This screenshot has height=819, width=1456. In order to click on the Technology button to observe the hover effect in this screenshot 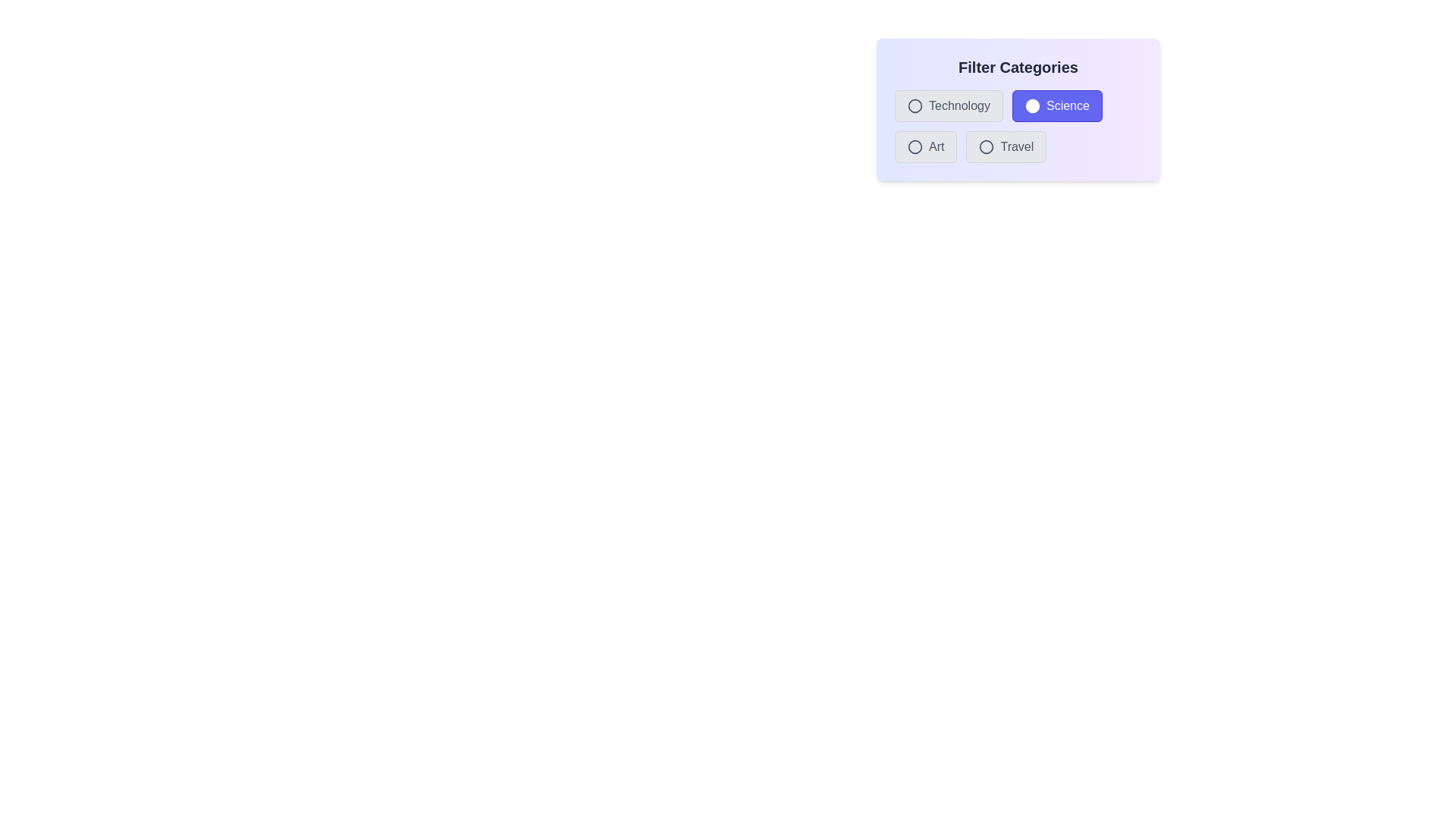, I will do `click(948, 105)`.